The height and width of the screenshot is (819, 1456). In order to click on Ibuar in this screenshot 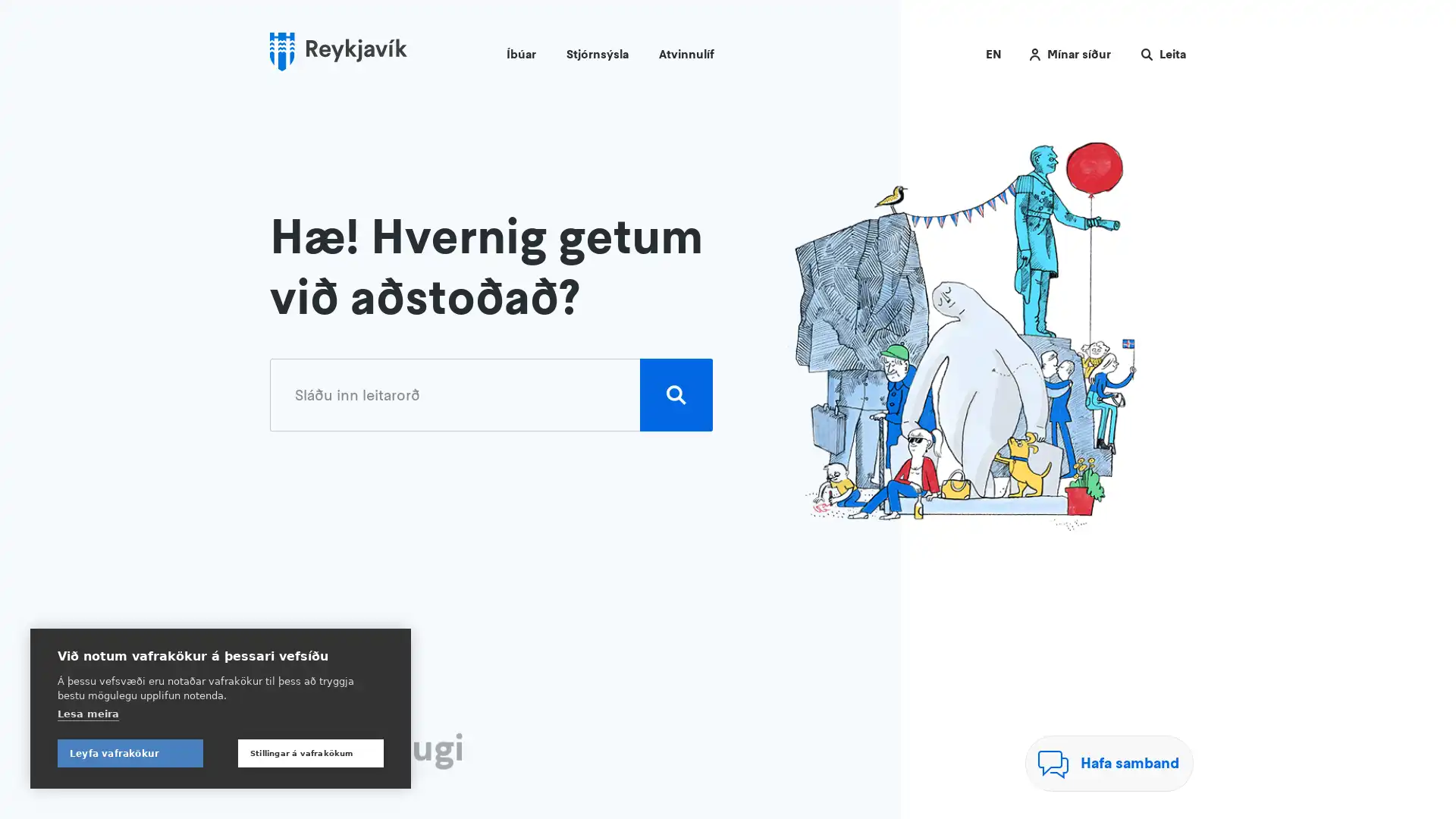, I will do `click(521, 51)`.